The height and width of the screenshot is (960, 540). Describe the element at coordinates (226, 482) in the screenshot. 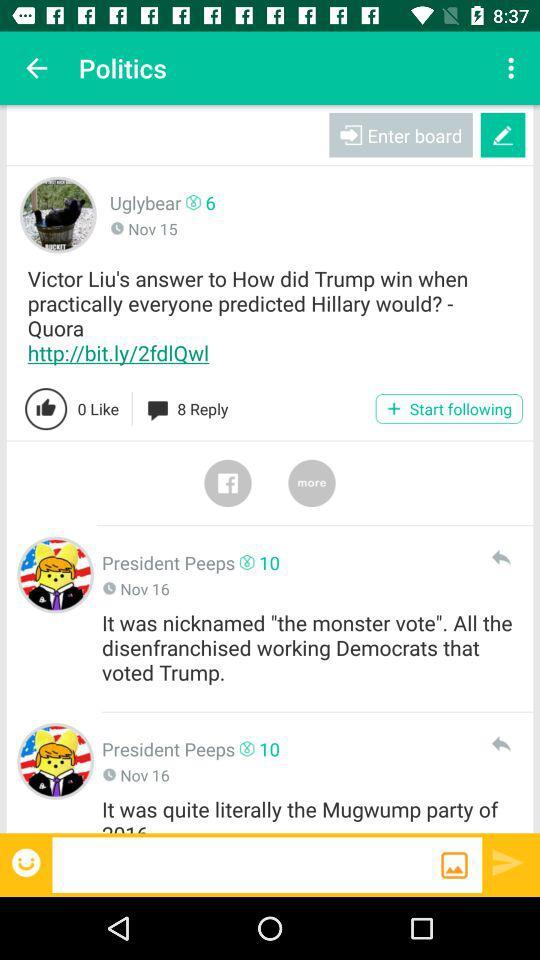

I see `share on facebook` at that location.